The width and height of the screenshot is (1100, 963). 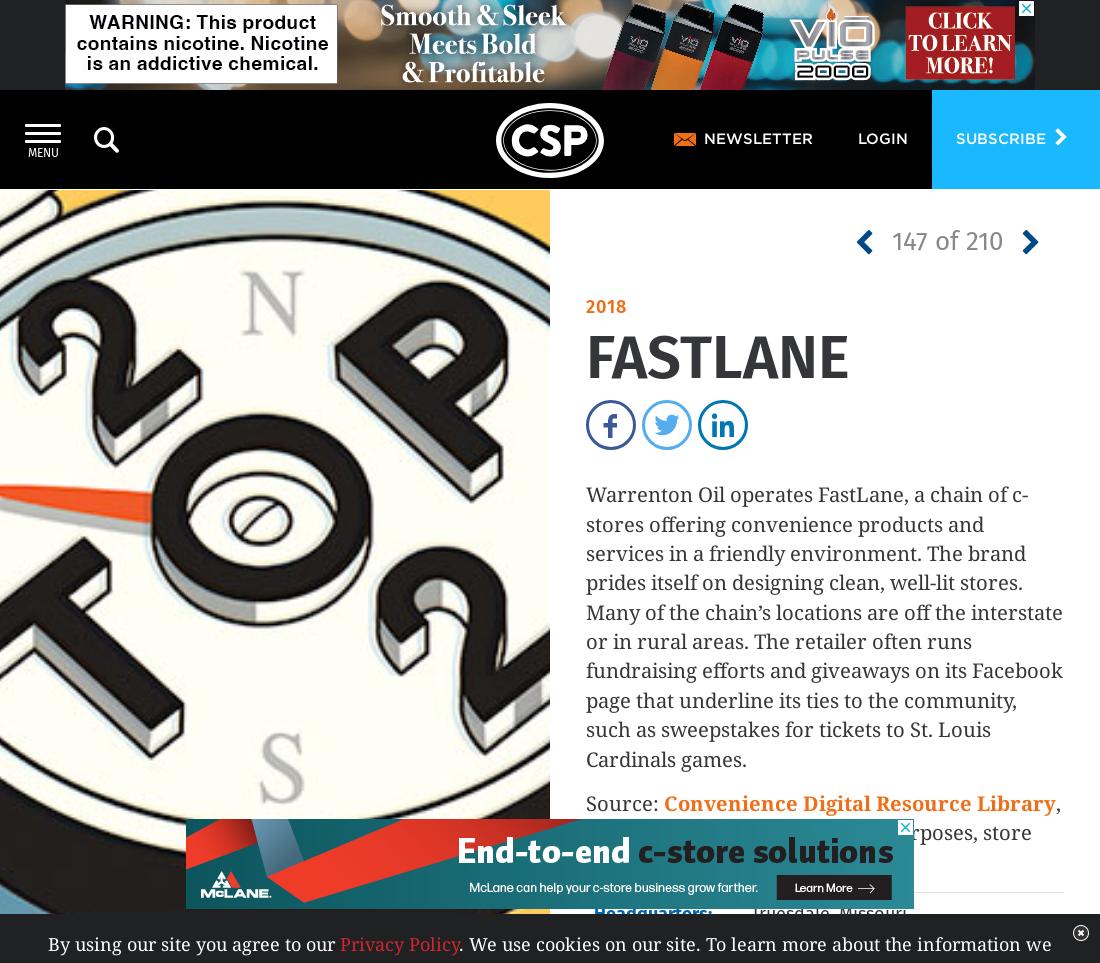 I want to click on 'Warrenton Oil operates FastLane, a chain of c-stores offering convenience products and services in a friendly environment. The brand prides itself on designing clean, well-lit stores. Many of the chain’s locations are off the interstate or in rural areas. The retailer often runs fundraising efforts and giveaways on its Facebook page that underline its ties to the community, such as sweepstakes for tickets to St. Louis Cardinals games.', so click(x=584, y=625).